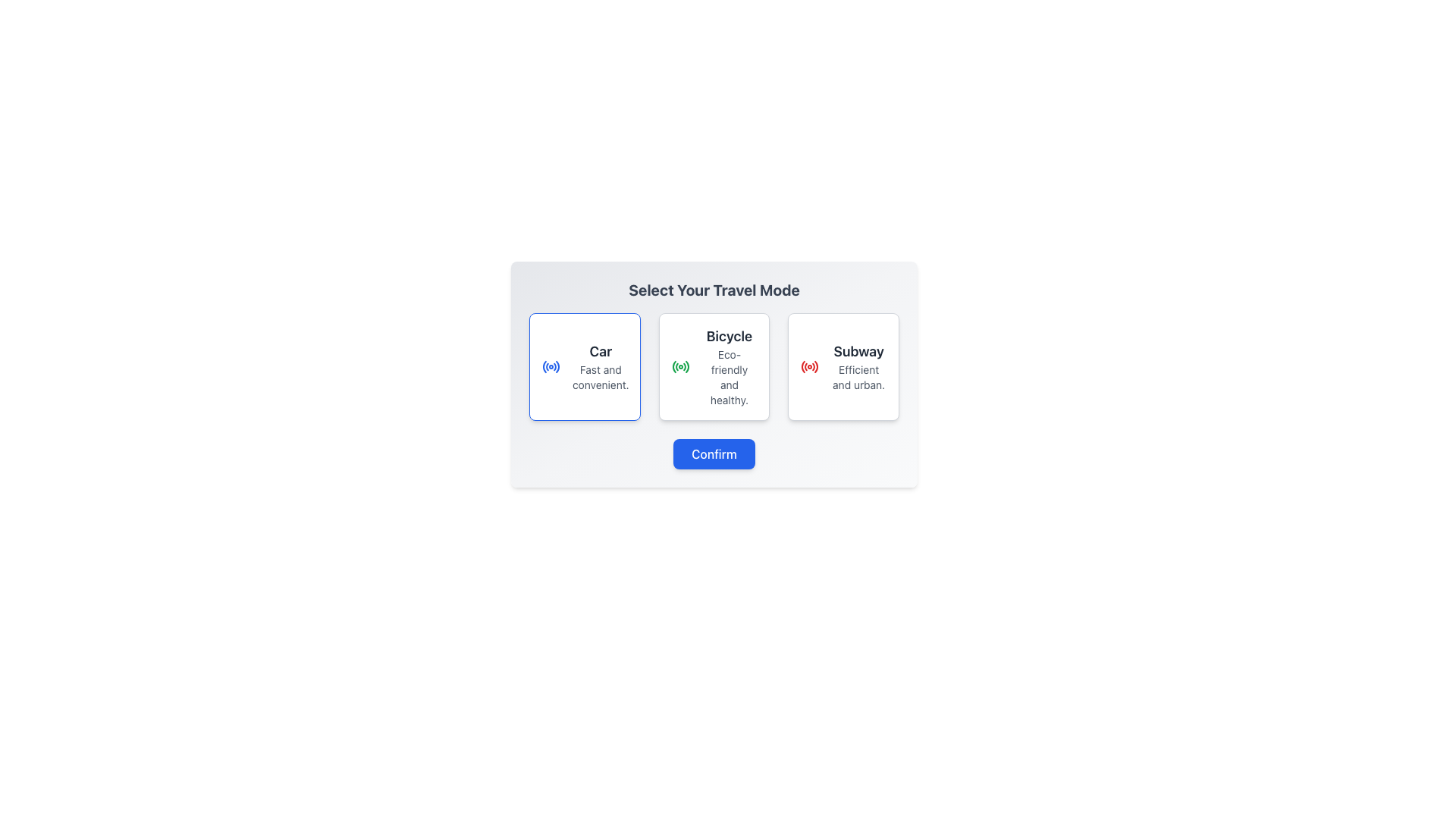  What do you see at coordinates (858, 376) in the screenshot?
I see `the static text label providing details about the 'Subway' travel mode option, which is located below the bold text 'Subway' within the rightmost card of the card group under 'Select Your Travel Mode'` at bounding box center [858, 376].